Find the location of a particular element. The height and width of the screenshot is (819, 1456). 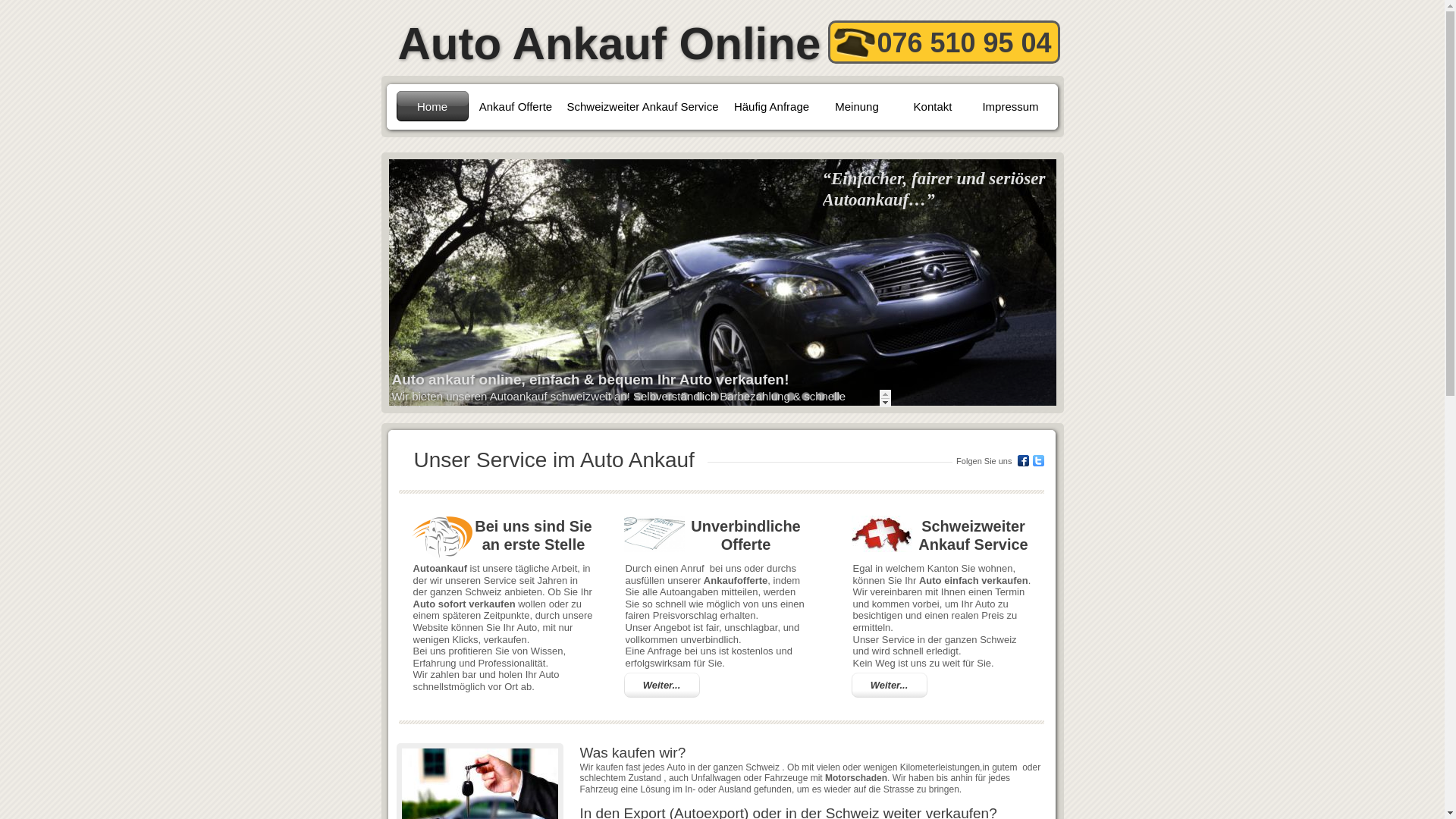

'Meinung' is located at coordinates (856, 105).